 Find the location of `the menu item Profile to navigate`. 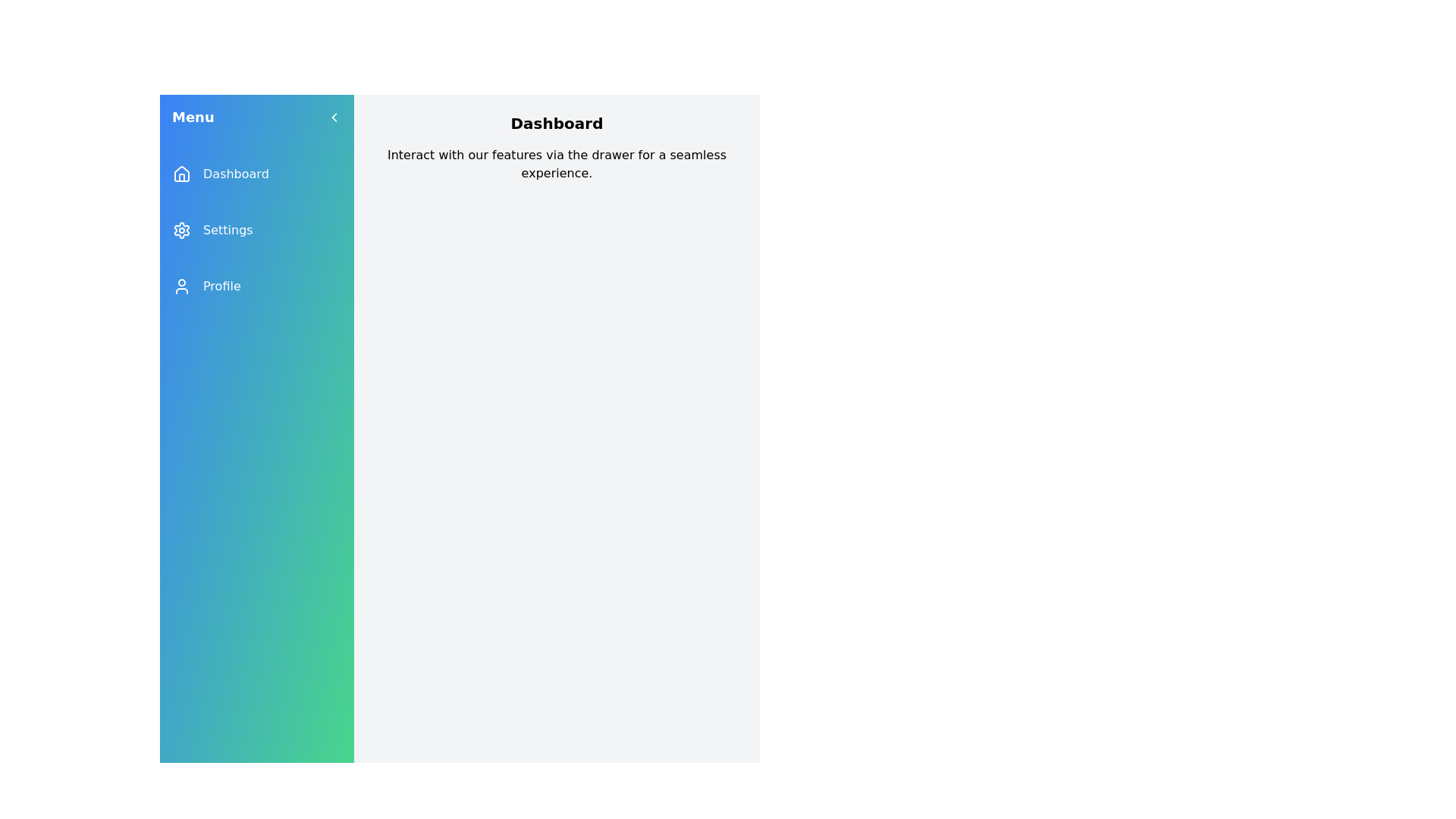

the menu item Profile to navigate is located at coordinates (257, 287).